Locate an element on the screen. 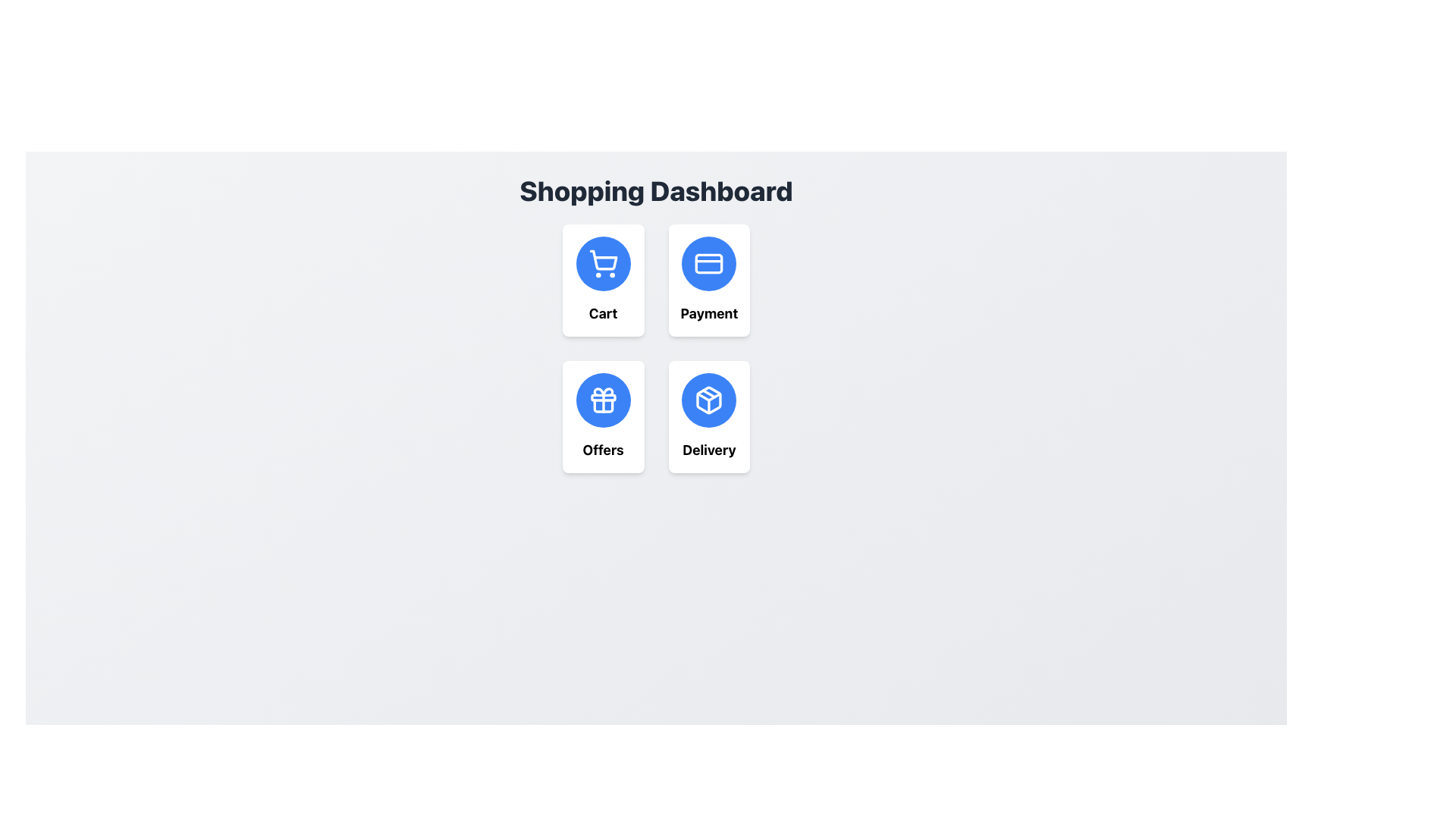 The width and height of the screenshot is (1456, 819). the decorative graphical component that forms the horizontal band of the gift box icon located above the 'Offers' label in the lower-left card is located at coordinates (602, 397).